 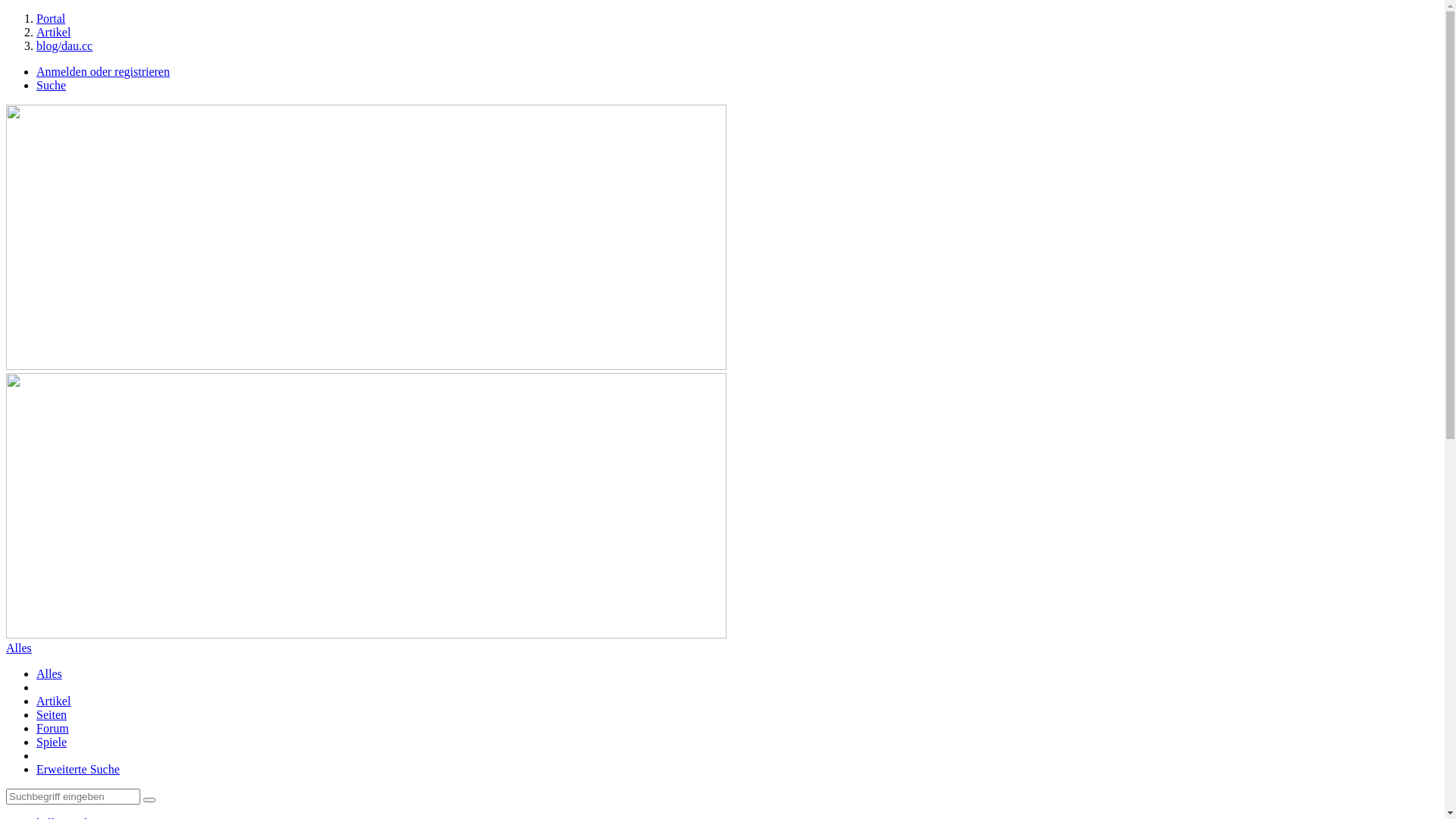 I want to click on 'Spiele', so click(x=51, y=741).